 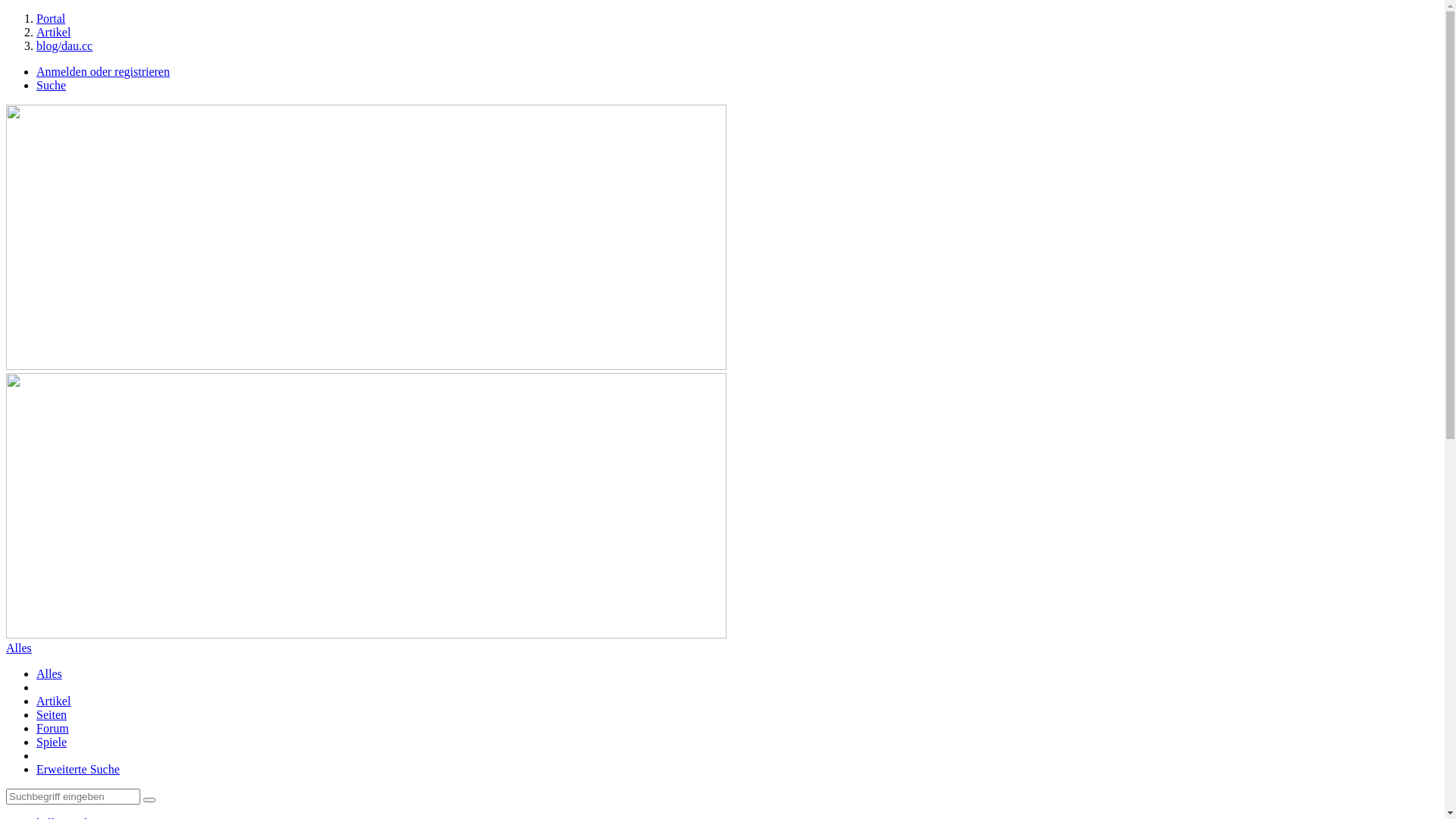 I want to click on 'Spiele', so click(x=51, y=741).